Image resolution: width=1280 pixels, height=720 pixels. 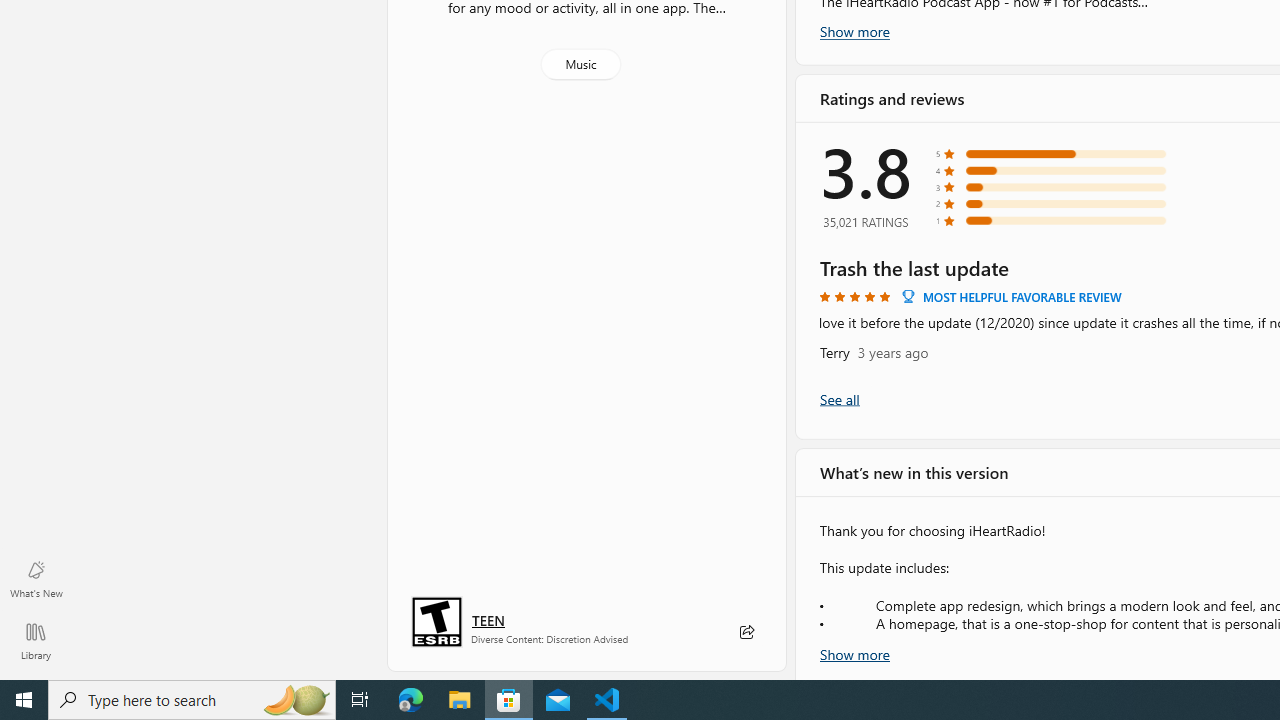 I want to click on 'Music', so click(x=579, y=63).